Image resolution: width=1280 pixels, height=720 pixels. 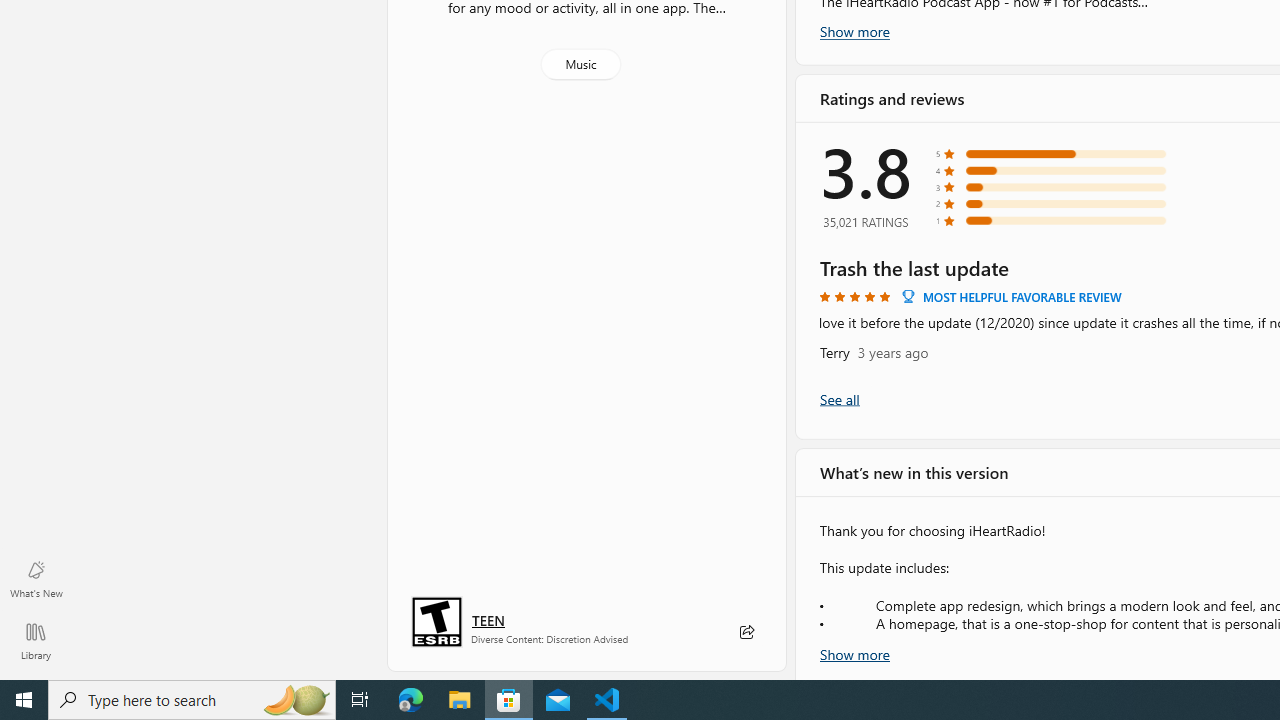 I want to click on 'Music', so click(x=579, y=63).